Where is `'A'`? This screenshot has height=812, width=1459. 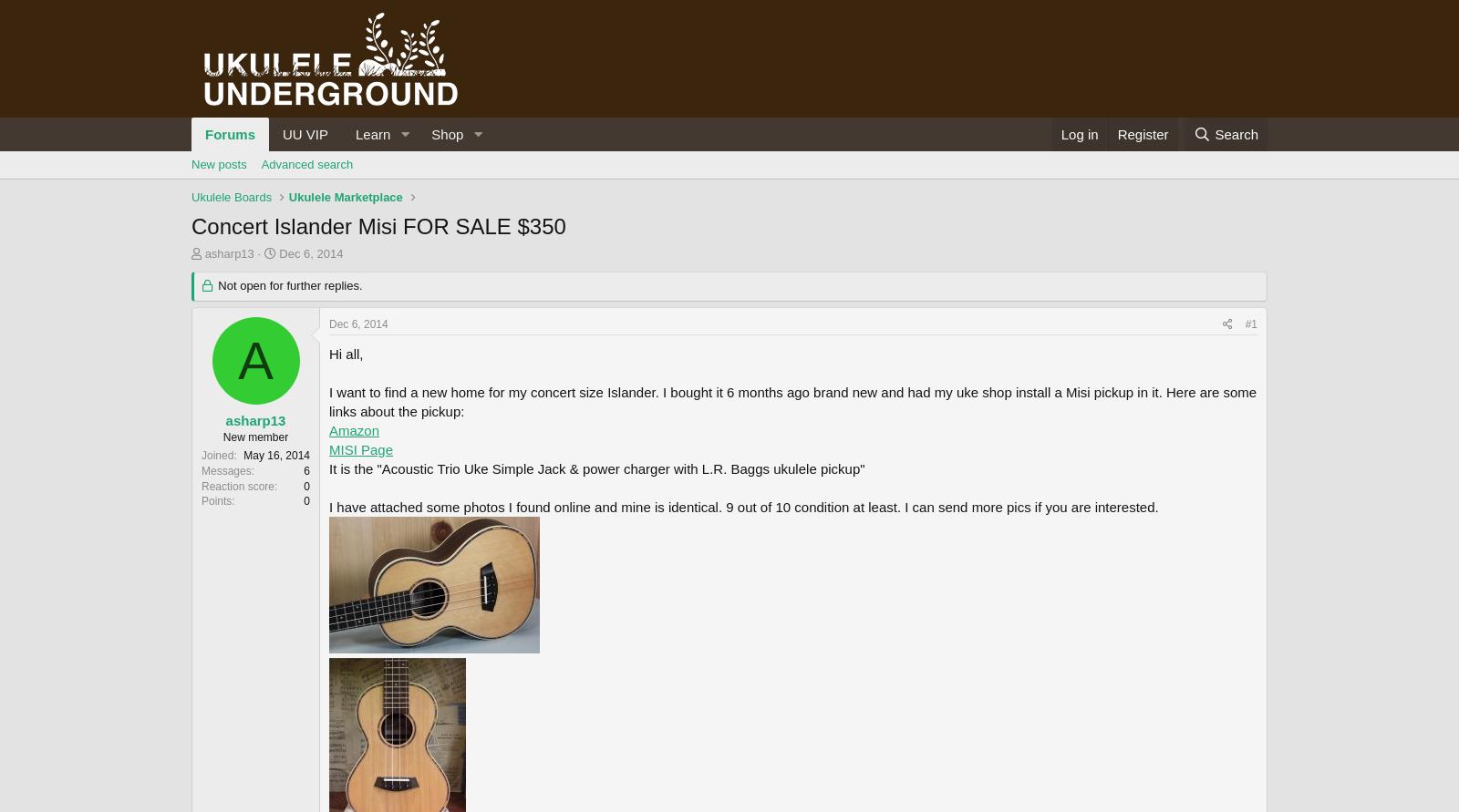 'A' is located at coordinates (237, 359).